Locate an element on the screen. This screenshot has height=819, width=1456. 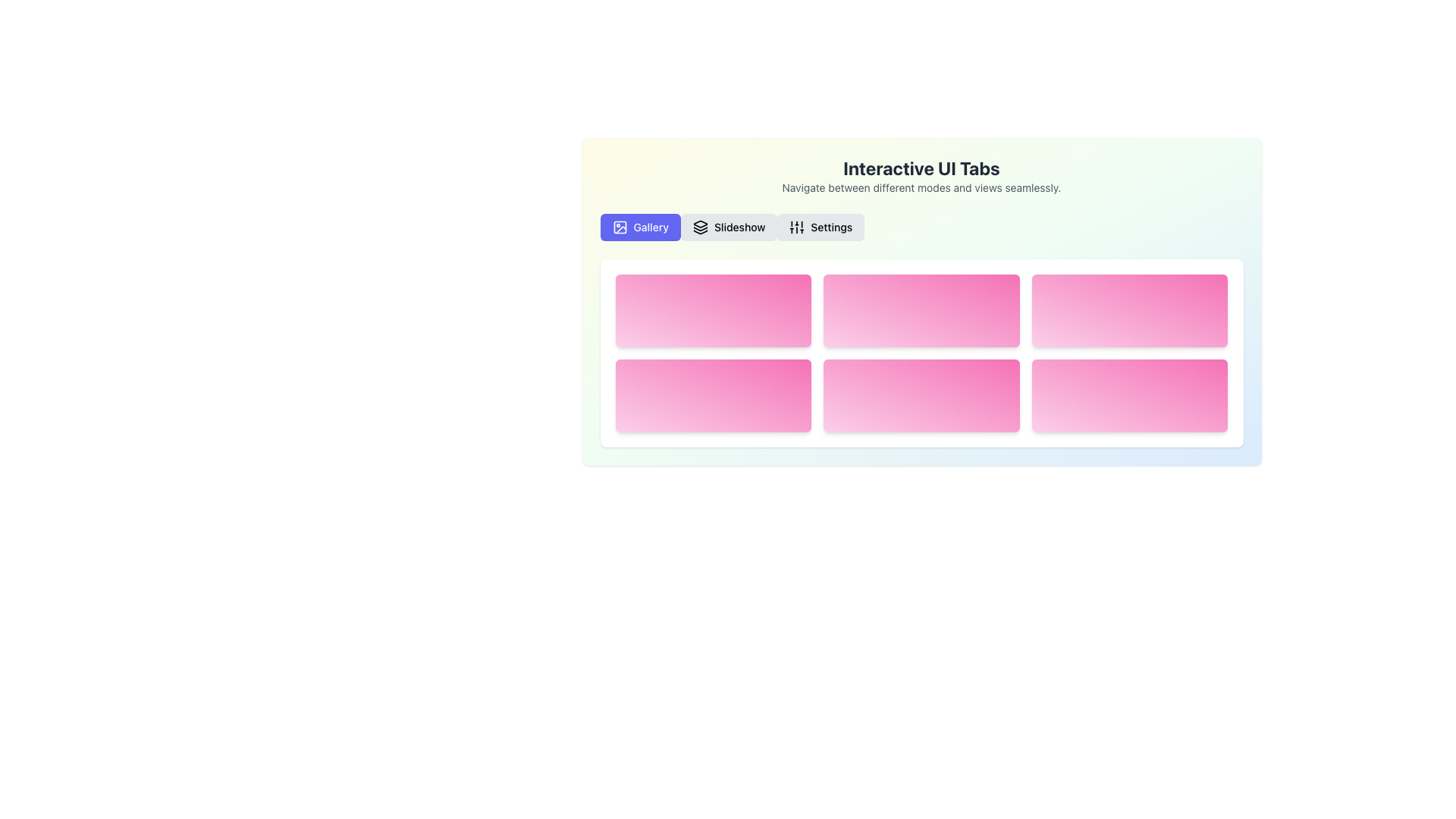
the 'Gallery' text label, which is styled with white text on a blue background and is located in the button group at the top-left of the interface is located at coordinates (651, 227).